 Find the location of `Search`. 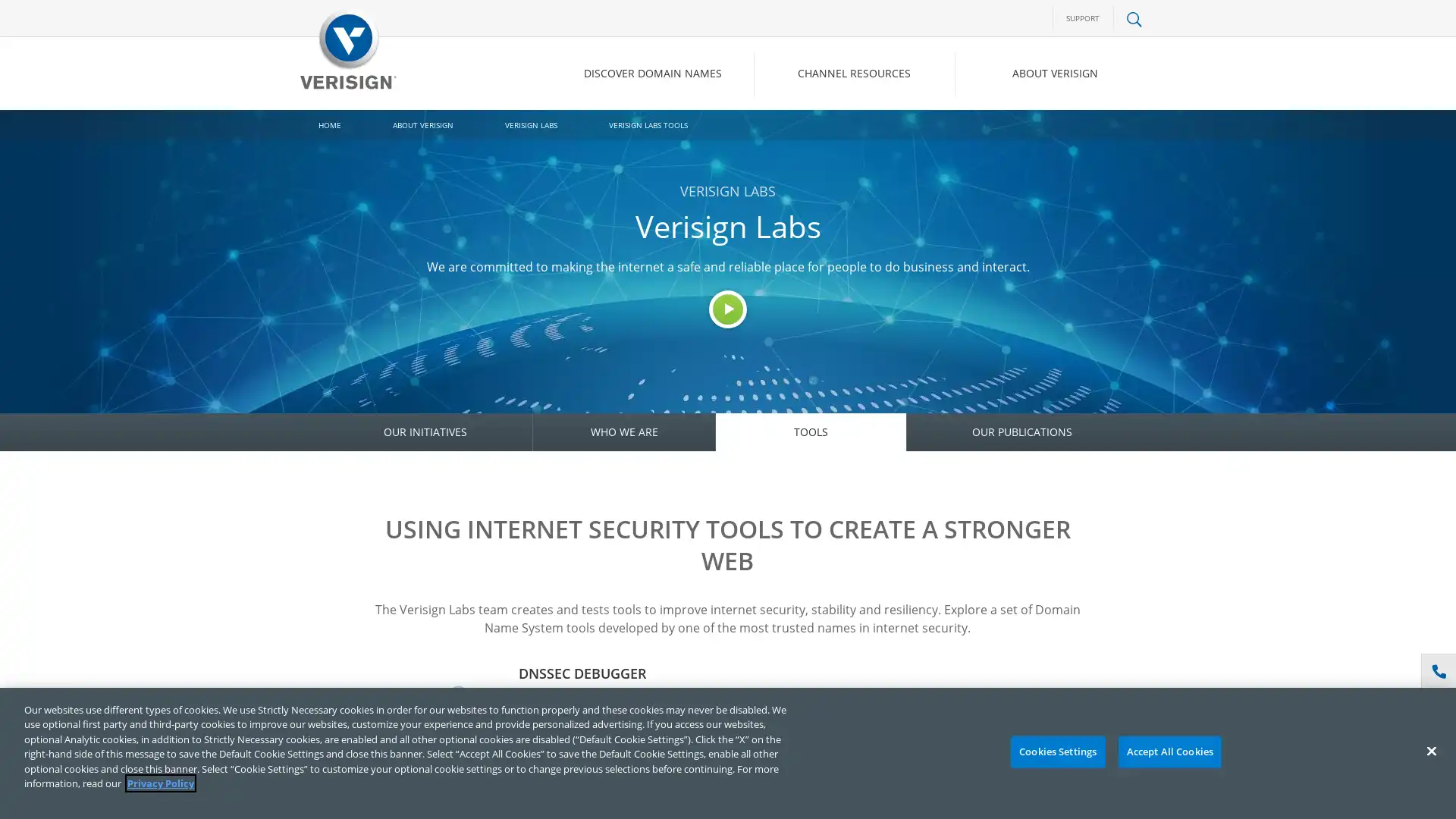

Search is located at coordinates (1012, 137).